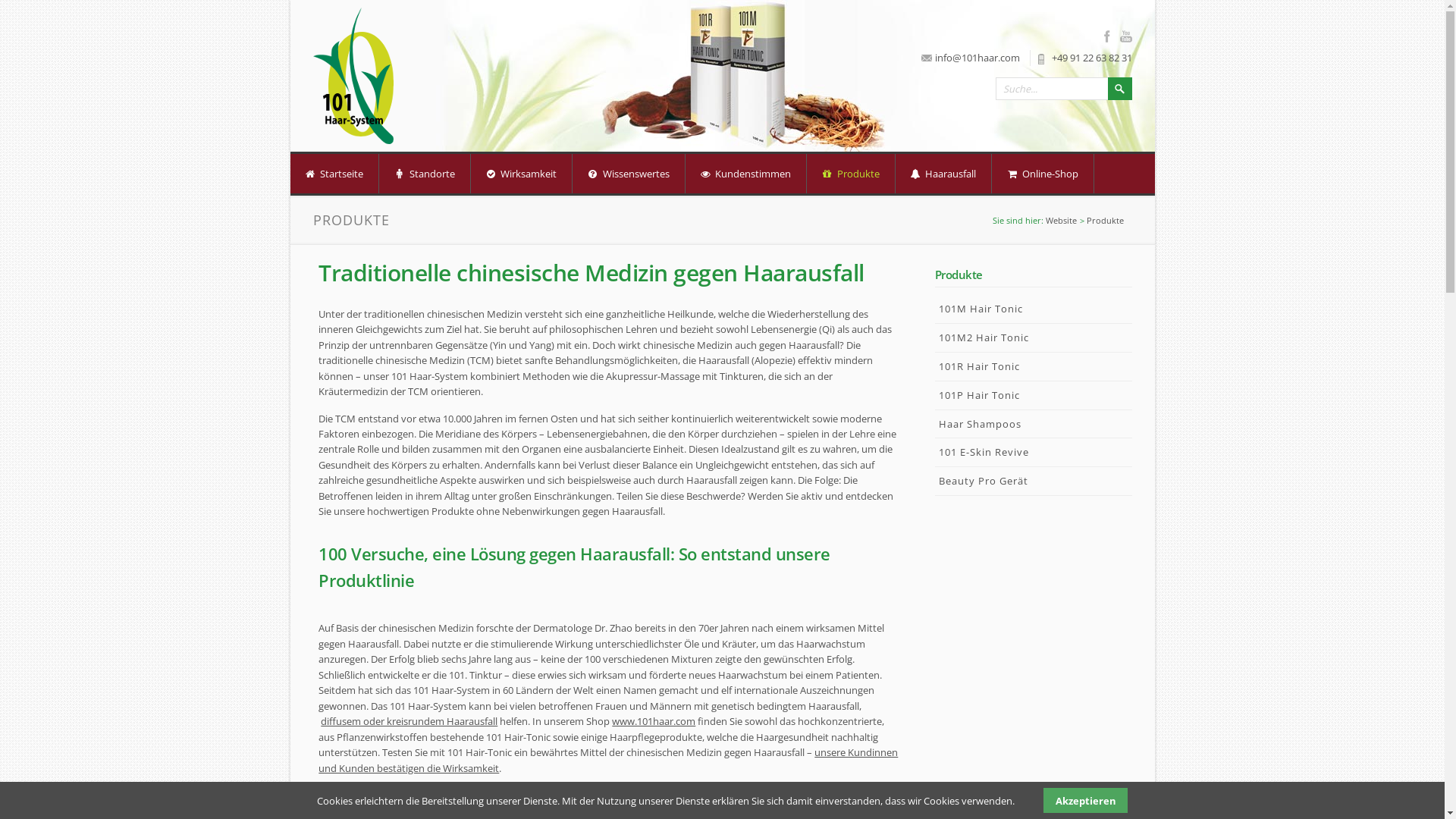  Describe the element at coordinates (1110, 35) in the screenshot. I see `'Facebook'` at that location.